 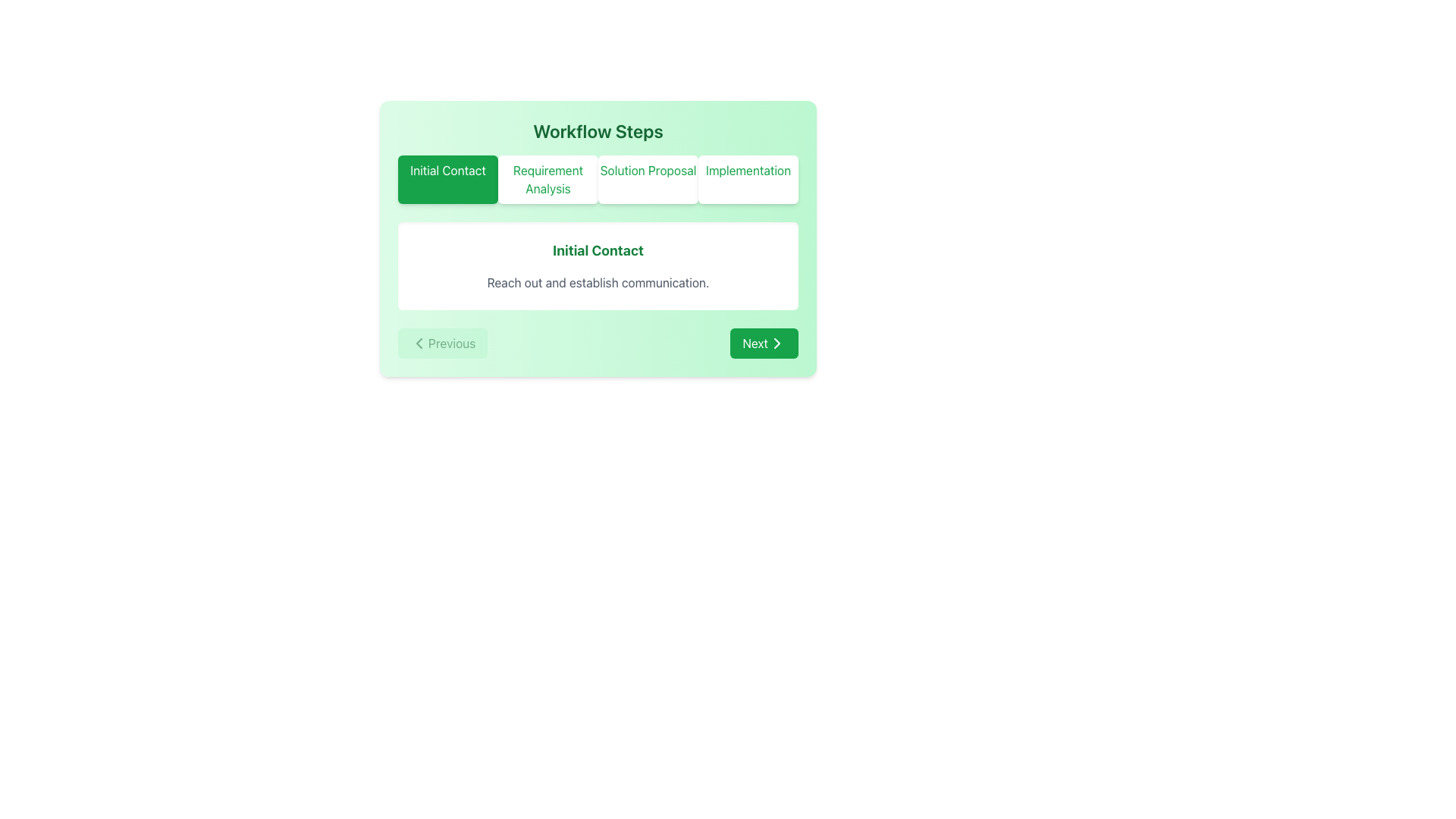 What do you see at coordinates (548, 178) in the screenshot?
I see `the button labeled 'Requirement Analysis' with light green text and a white background, which is the second button in the Workflow Steps section` at bounding box center [548, 178].